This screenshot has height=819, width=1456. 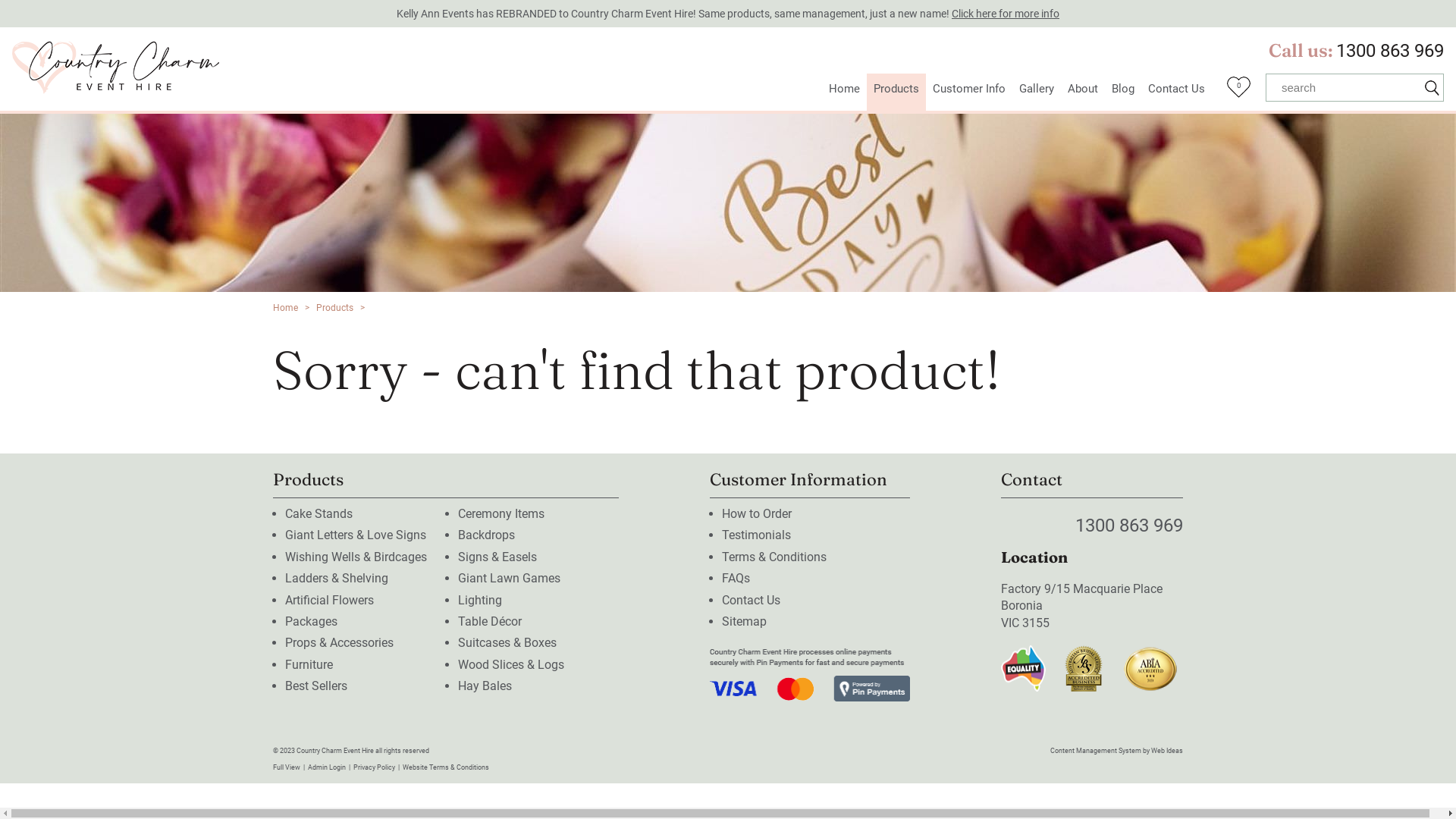 What do you see at coordinates (284, 621) in the screenshot?
I see `'Packages'` at bounding box center [284, 621].